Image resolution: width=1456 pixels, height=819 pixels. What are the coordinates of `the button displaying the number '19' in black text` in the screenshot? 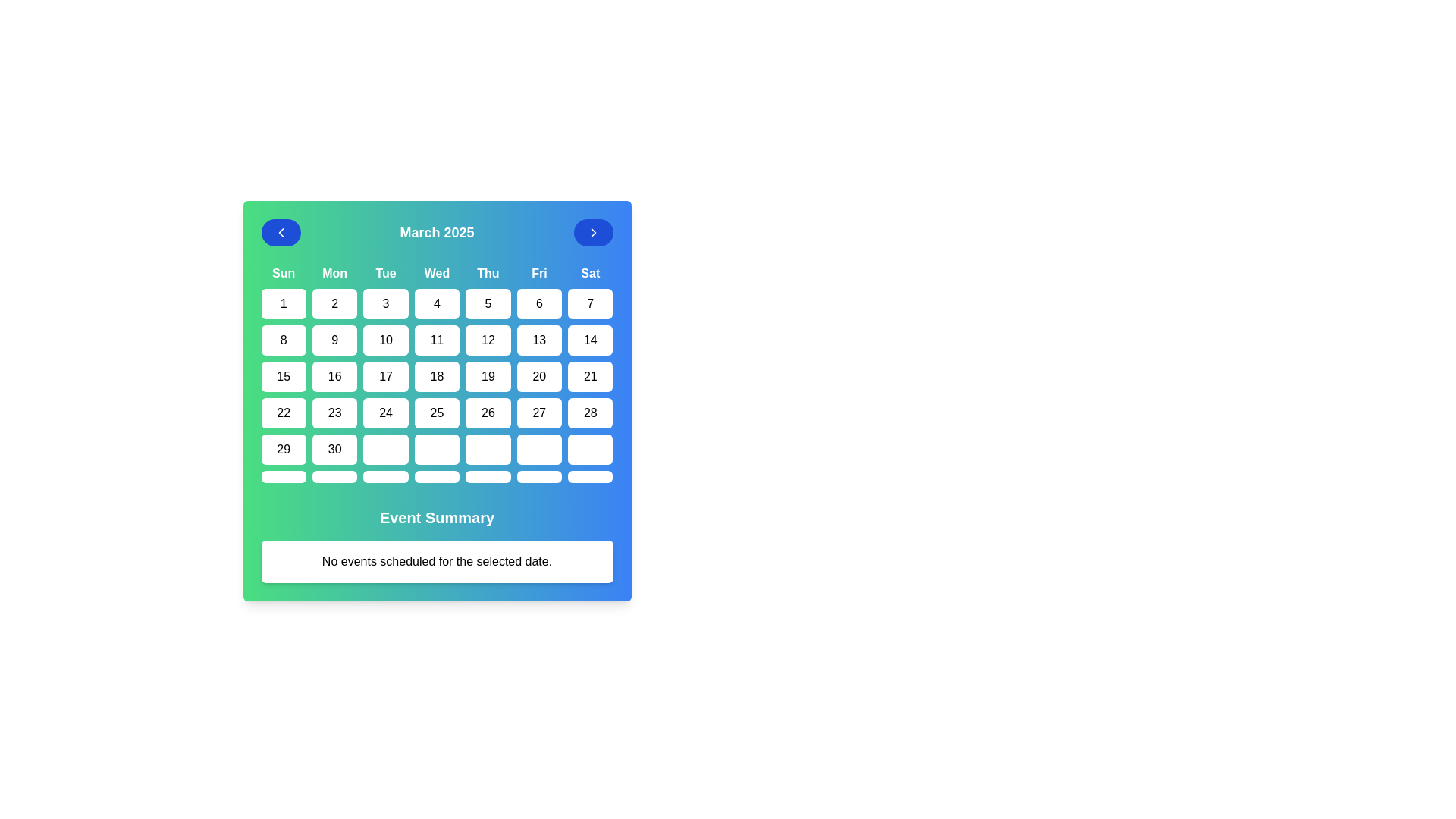 It's located at (488, 376).